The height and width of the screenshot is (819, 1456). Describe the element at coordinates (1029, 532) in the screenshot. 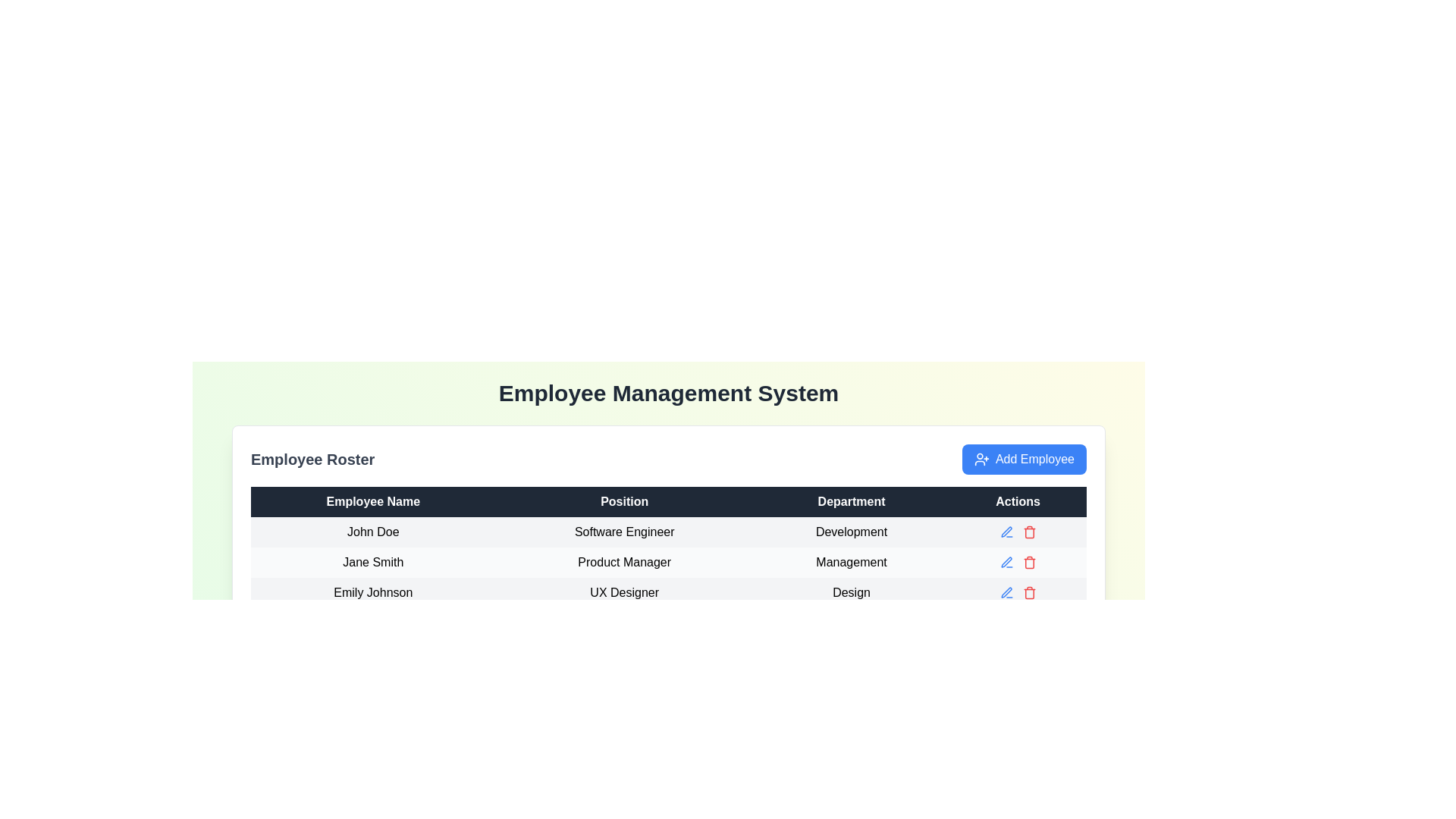

I see `the delete button located in the third row of action buttons under the 'Actions' column` at that location.